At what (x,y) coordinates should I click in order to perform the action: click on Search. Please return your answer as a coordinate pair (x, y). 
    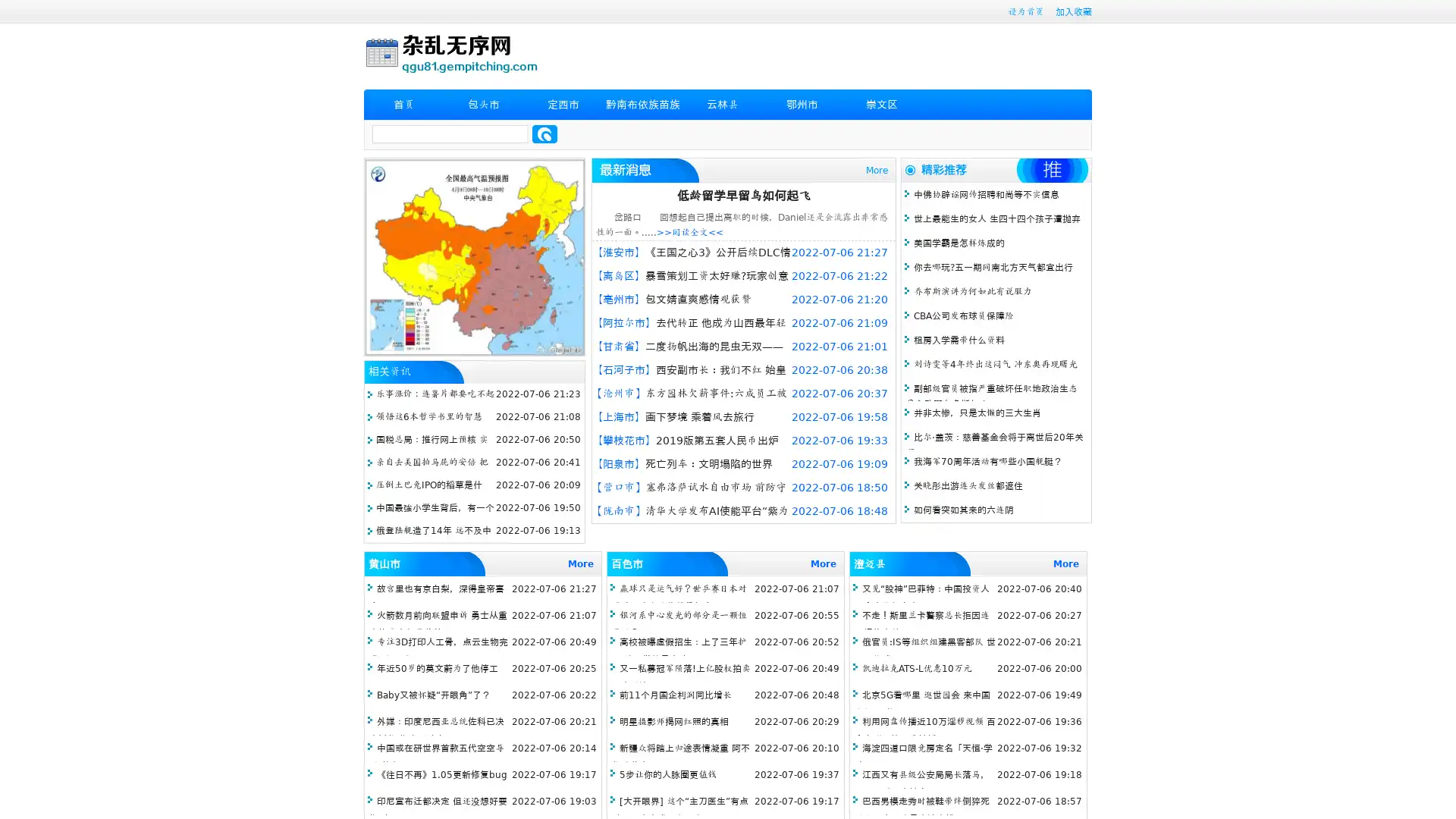
    Looking at the image, I should click on (544, 133).